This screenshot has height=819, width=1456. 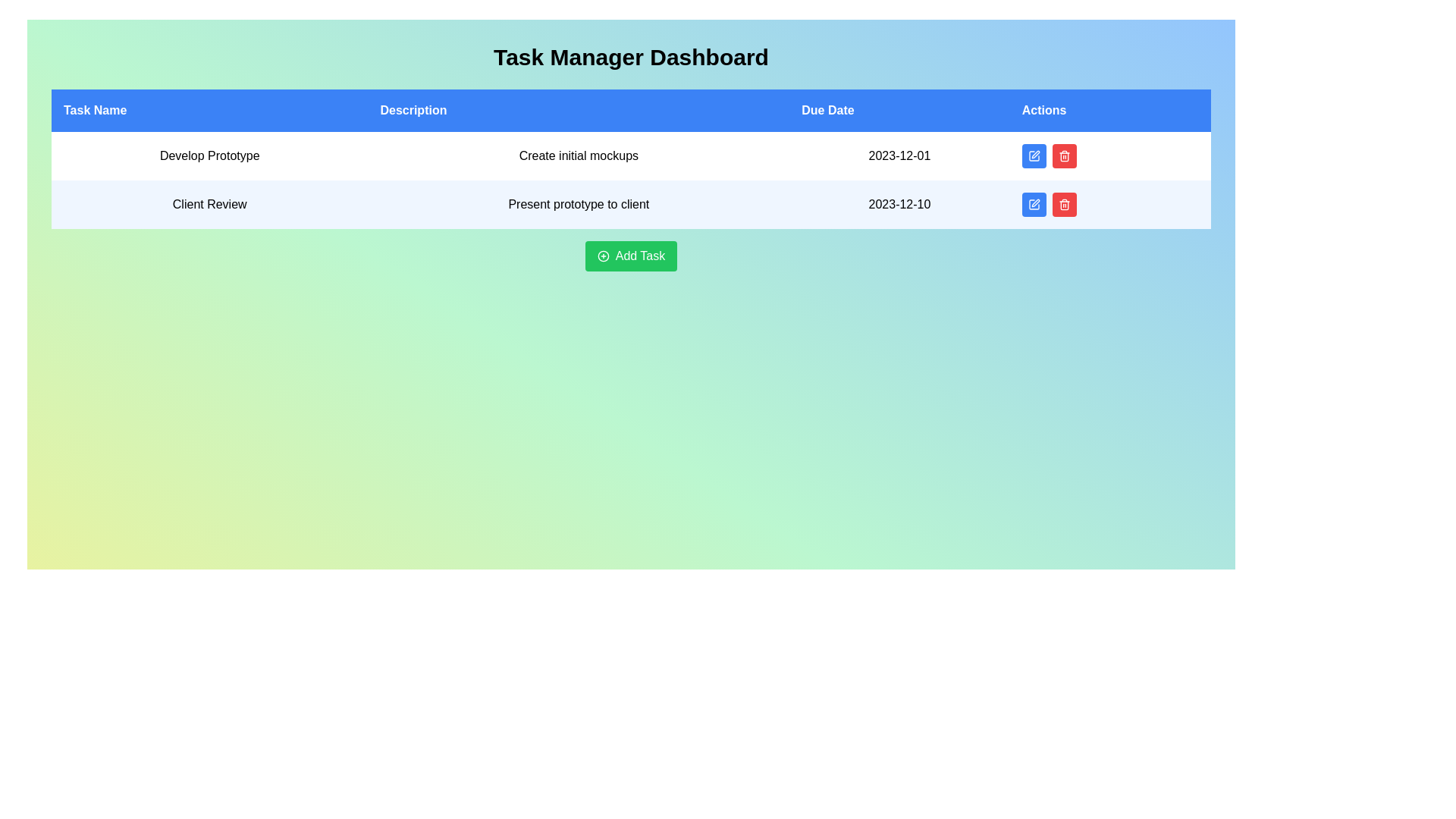 What do you see at coordinates (1063, 205) in the screenshot?
I see `the delete button located to the right of the 'Actions' column in the second row of the task table to apply hover effects` at bounding box center [1063, 205].